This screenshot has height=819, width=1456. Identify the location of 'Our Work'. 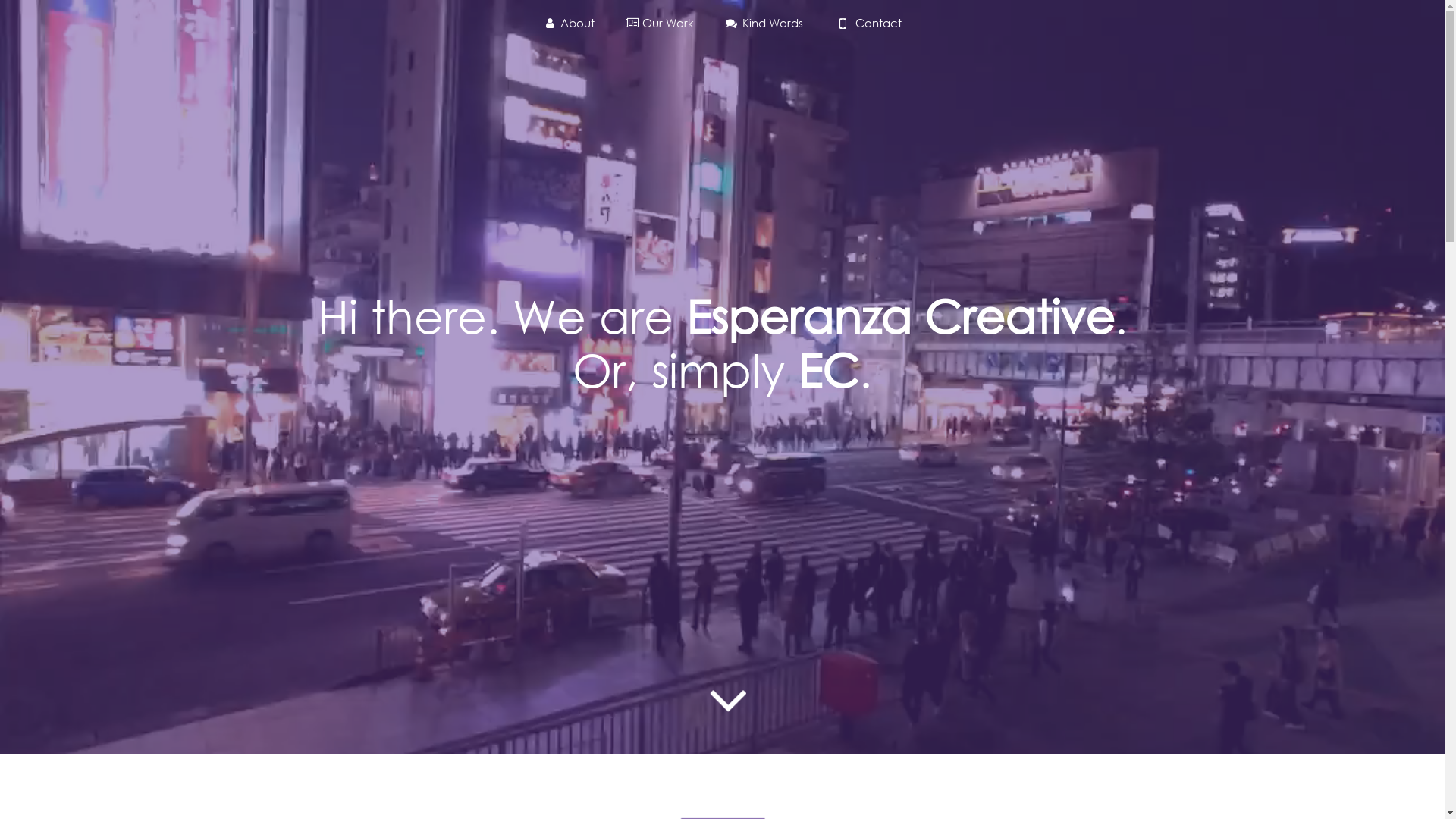
(659, 23).